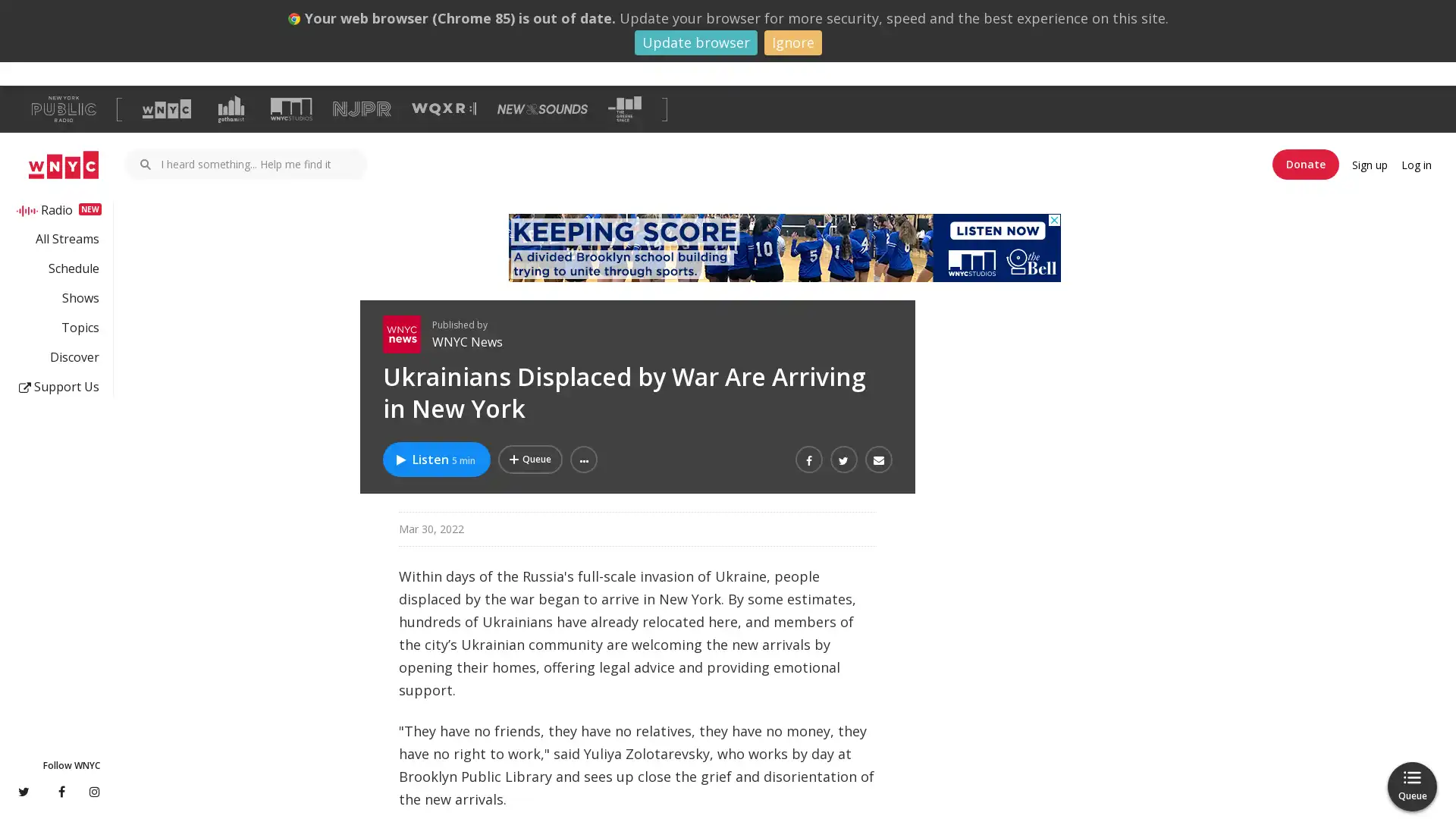  What do you see at coordinates (436, 458) in the screenshot?
I see `Listen to Ukrainians Displaced by War Are Arriving in New York` at bounding box center [436, 458].